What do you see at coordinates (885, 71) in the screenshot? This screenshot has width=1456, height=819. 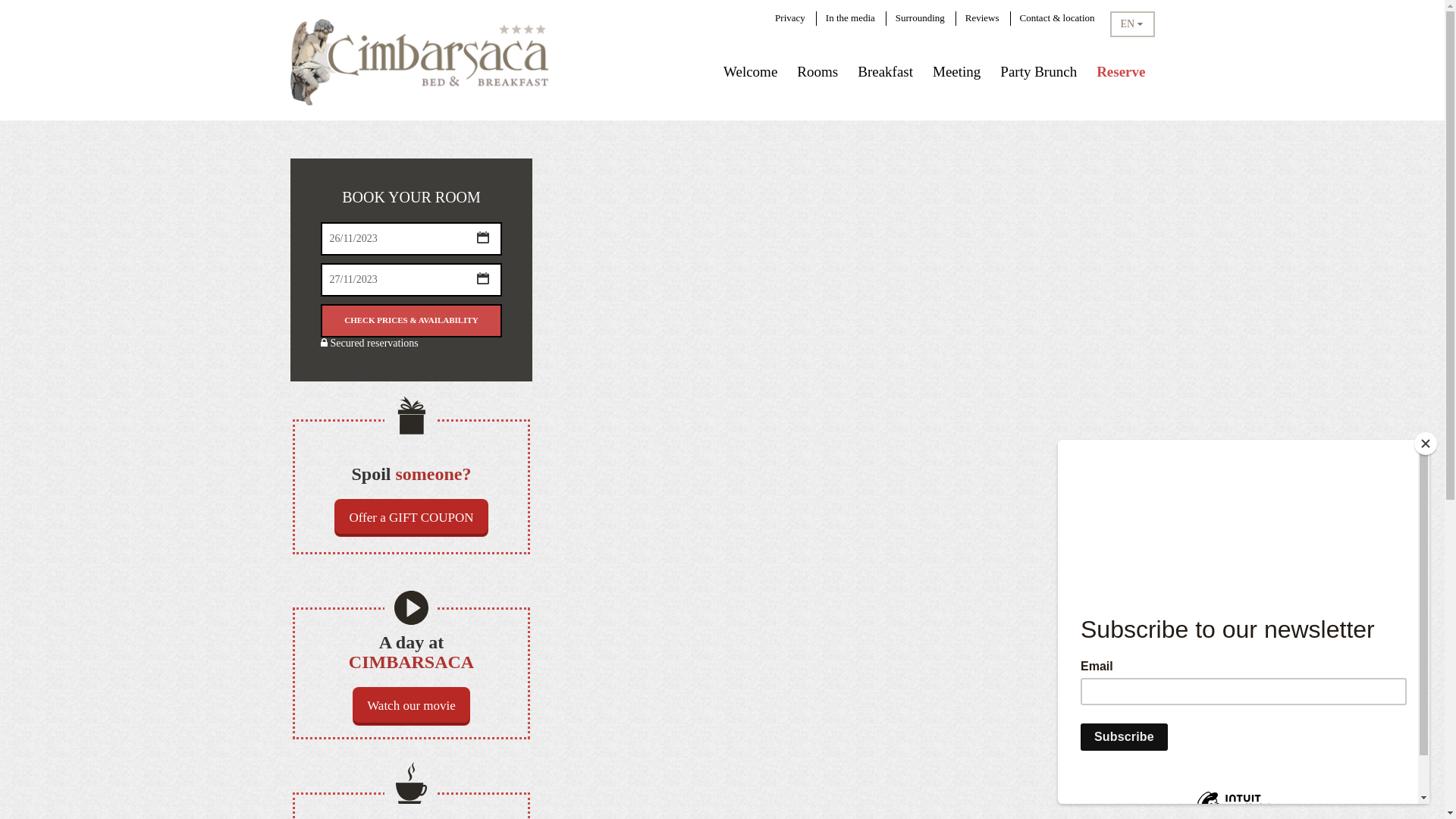 I see `'Breakfast'` at bounding box center [885, 71].